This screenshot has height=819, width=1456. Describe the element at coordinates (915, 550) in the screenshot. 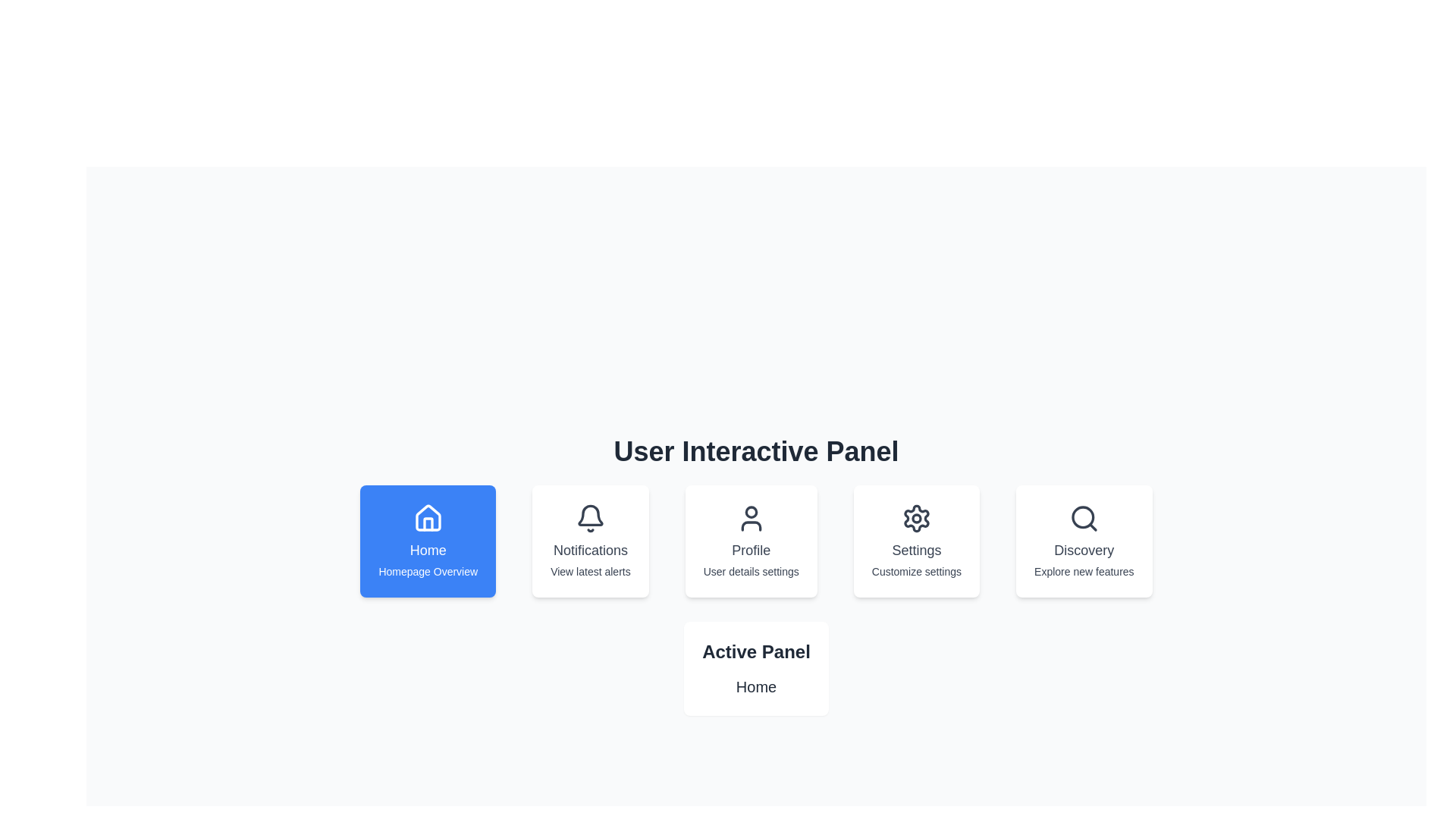

I see `the bold-fonted text label 'Settings' located beneath the gear icon in the 'Settings Customize settings' panel` at that location.